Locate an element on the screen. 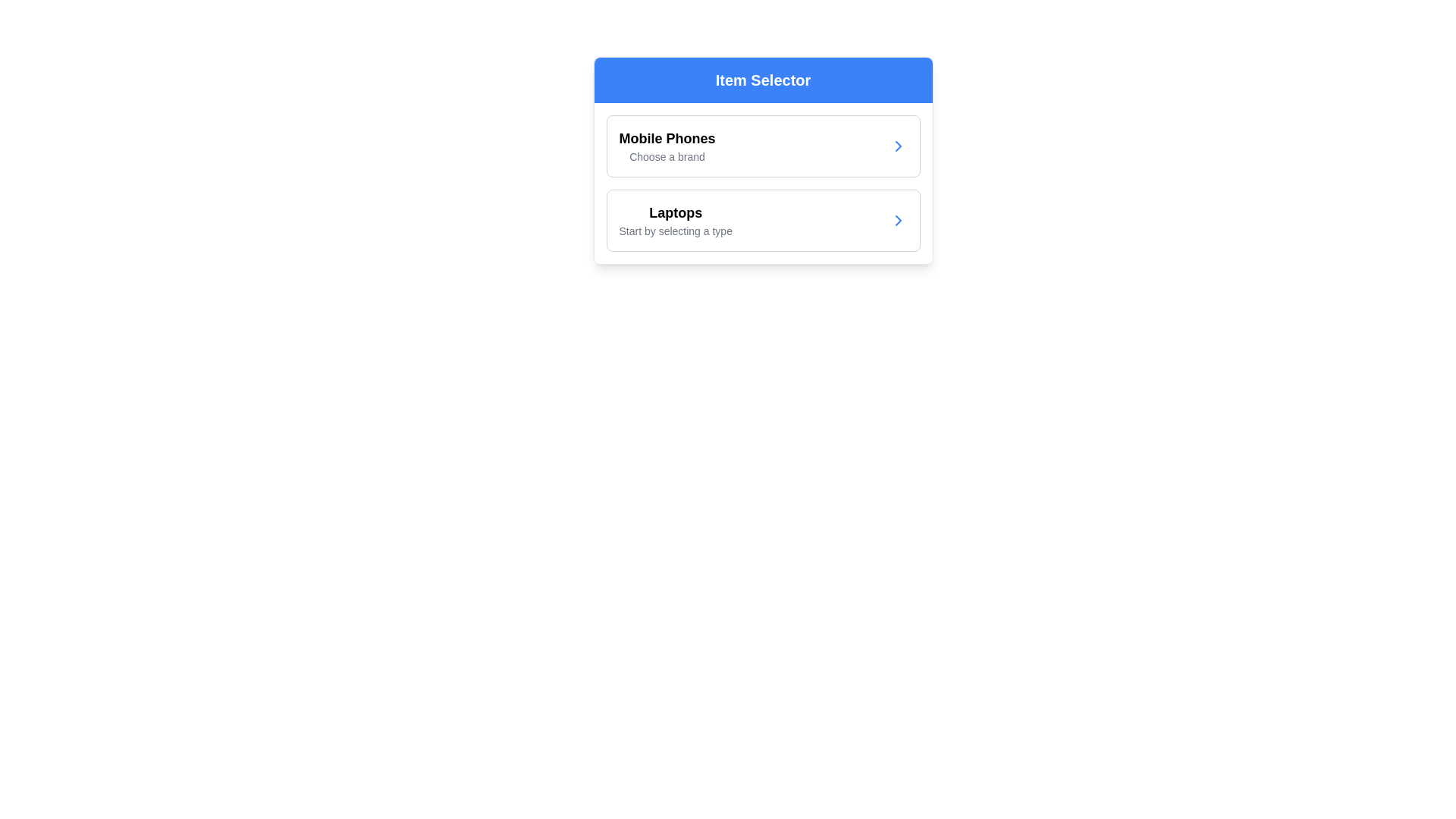  the text block labeled 'Laptops' in the second row of the category list is located at coordinates (675, 220).